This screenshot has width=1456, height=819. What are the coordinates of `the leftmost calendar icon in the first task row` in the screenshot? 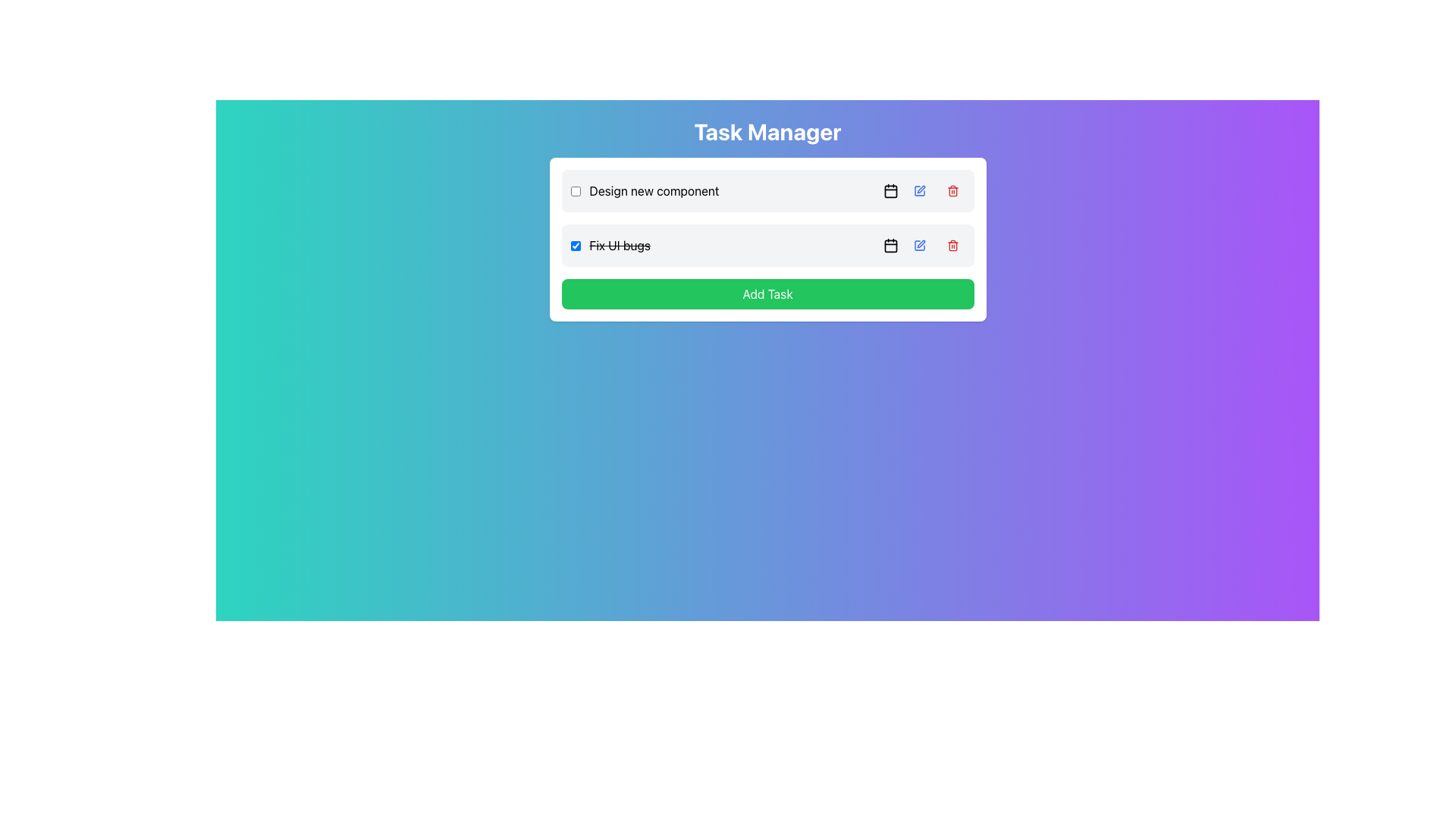 It's located at (890, 190).